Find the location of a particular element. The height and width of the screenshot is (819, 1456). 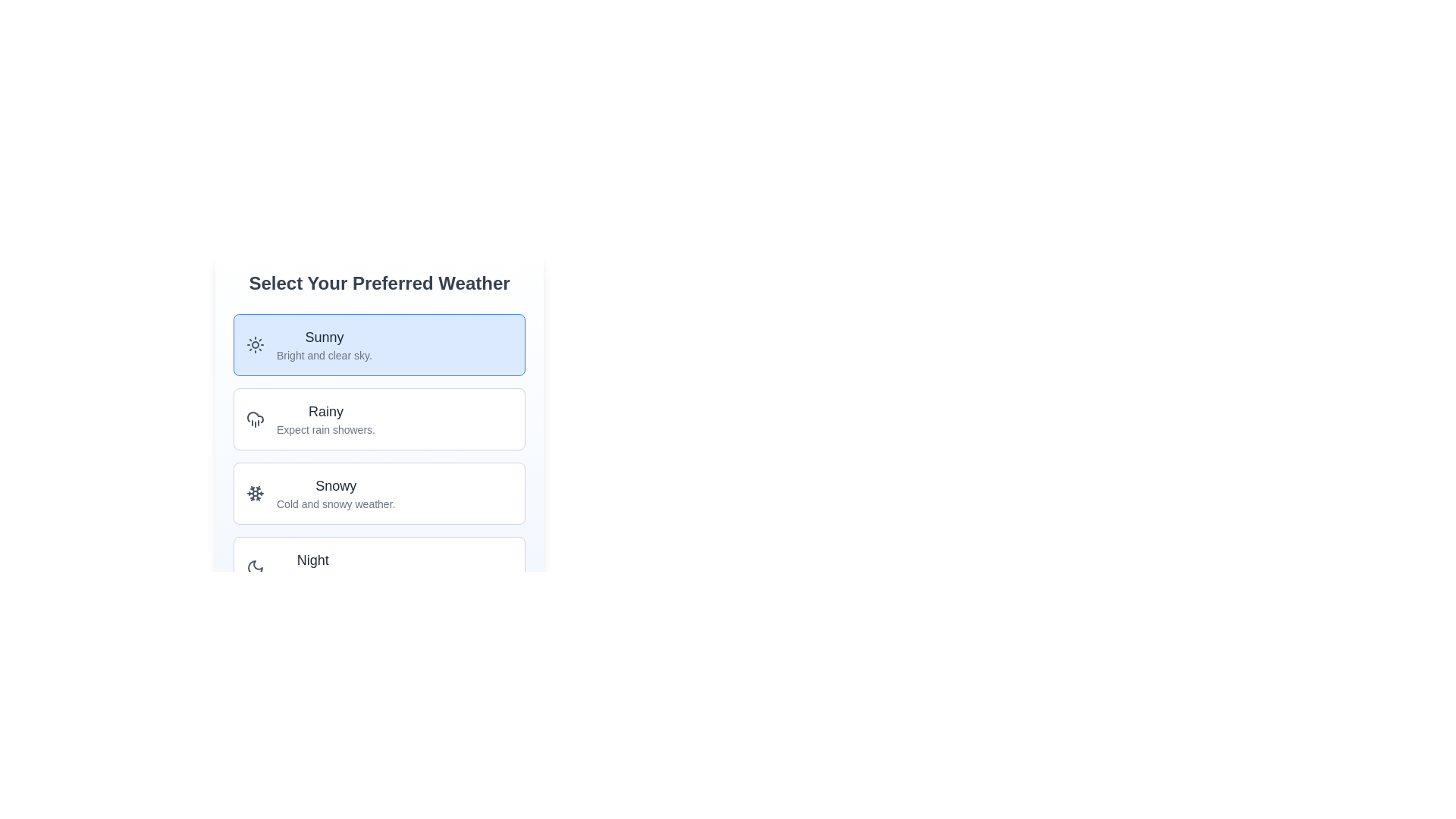

the 'Night' icon located at the bottom of the weather options list, which visually represents nighttime is located at coordinates (255, 567).